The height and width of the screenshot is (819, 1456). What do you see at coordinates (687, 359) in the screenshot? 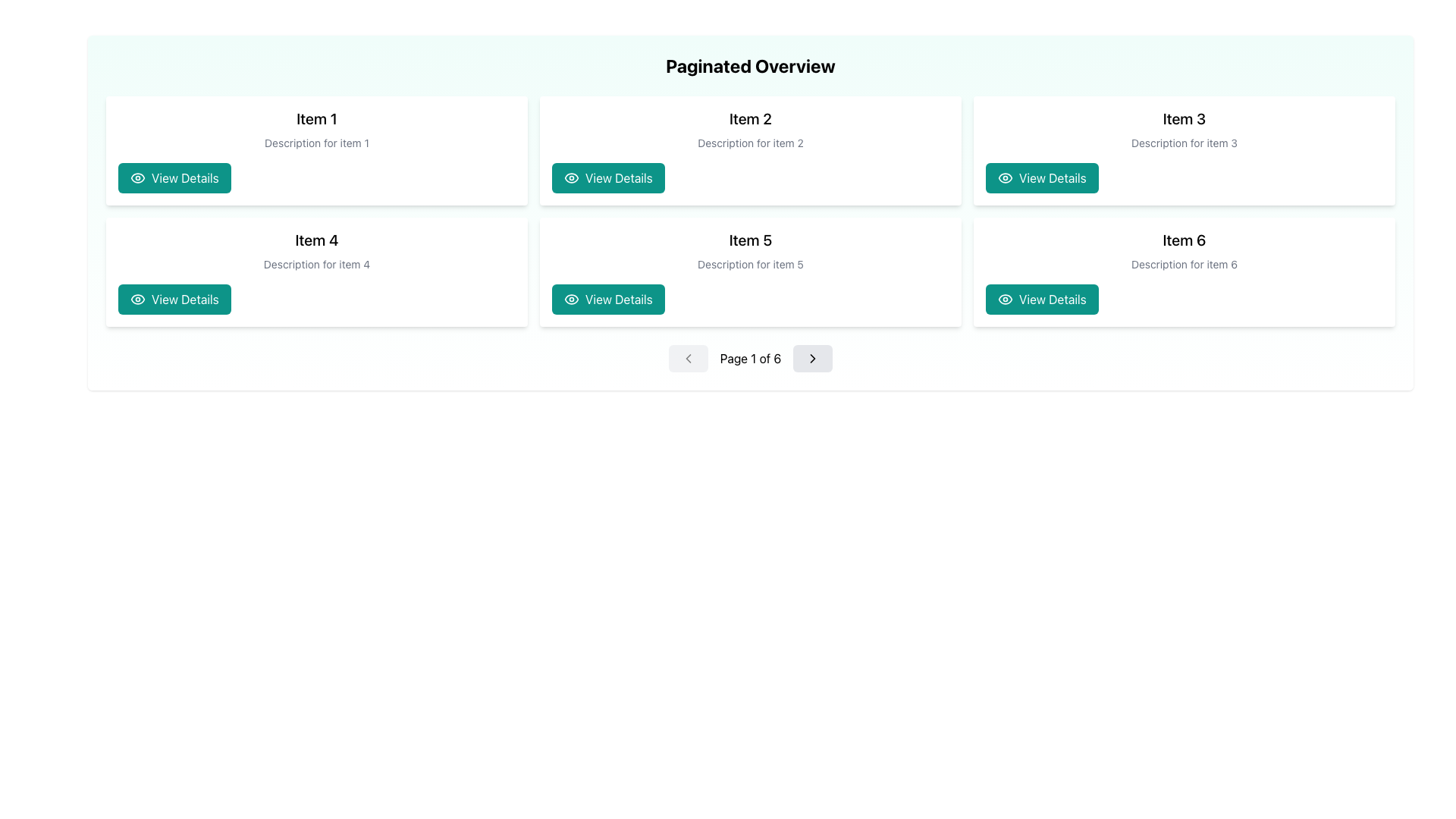
I see `the leftmost Pagination navigation button (icon) with a backward chevron arrow` at bounding box center [687, 359].